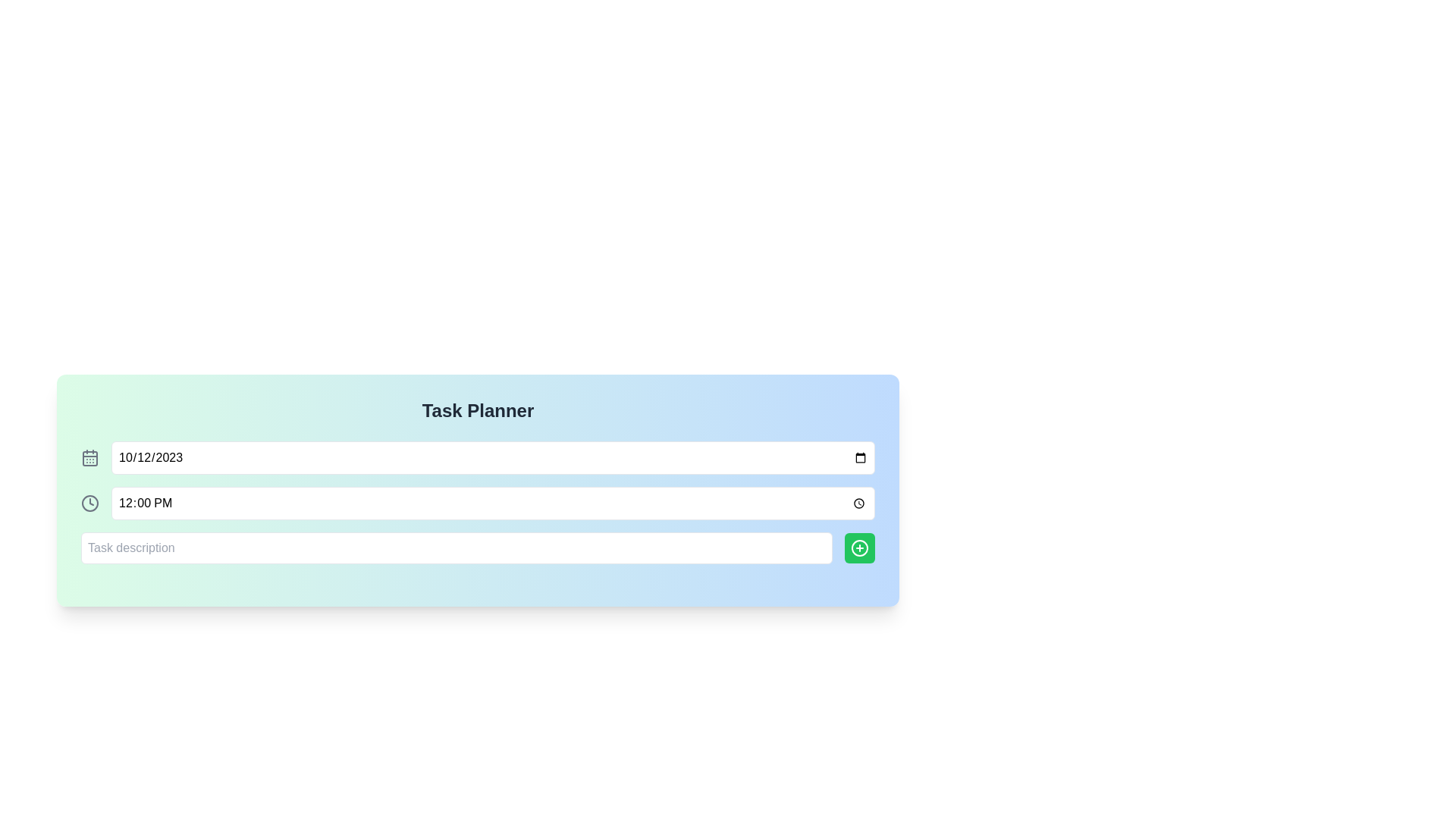 The height and width of the screenshot is (819, 1456). What do you see at coordinates (859, 548) in the screenshot?
I see `the circular '+' button with a green background and white outline at the bottom-right corner of the form` at bounding box center [859, 548].